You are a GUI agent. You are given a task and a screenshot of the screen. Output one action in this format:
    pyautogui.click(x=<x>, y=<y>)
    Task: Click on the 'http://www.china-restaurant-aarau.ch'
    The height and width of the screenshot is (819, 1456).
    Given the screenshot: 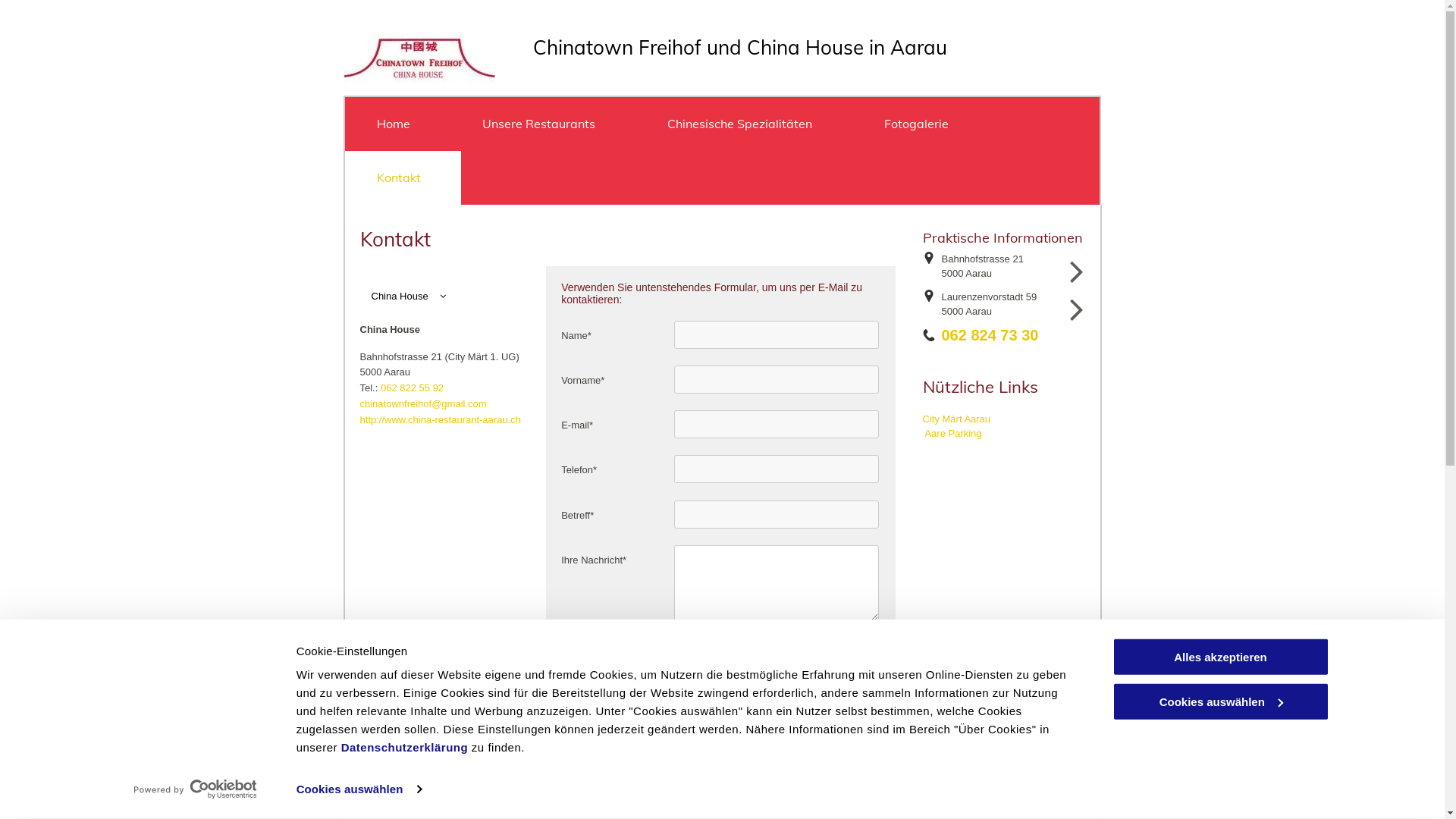 What is the action you would take?
    pyautogui.click(x=359, y=419)
    